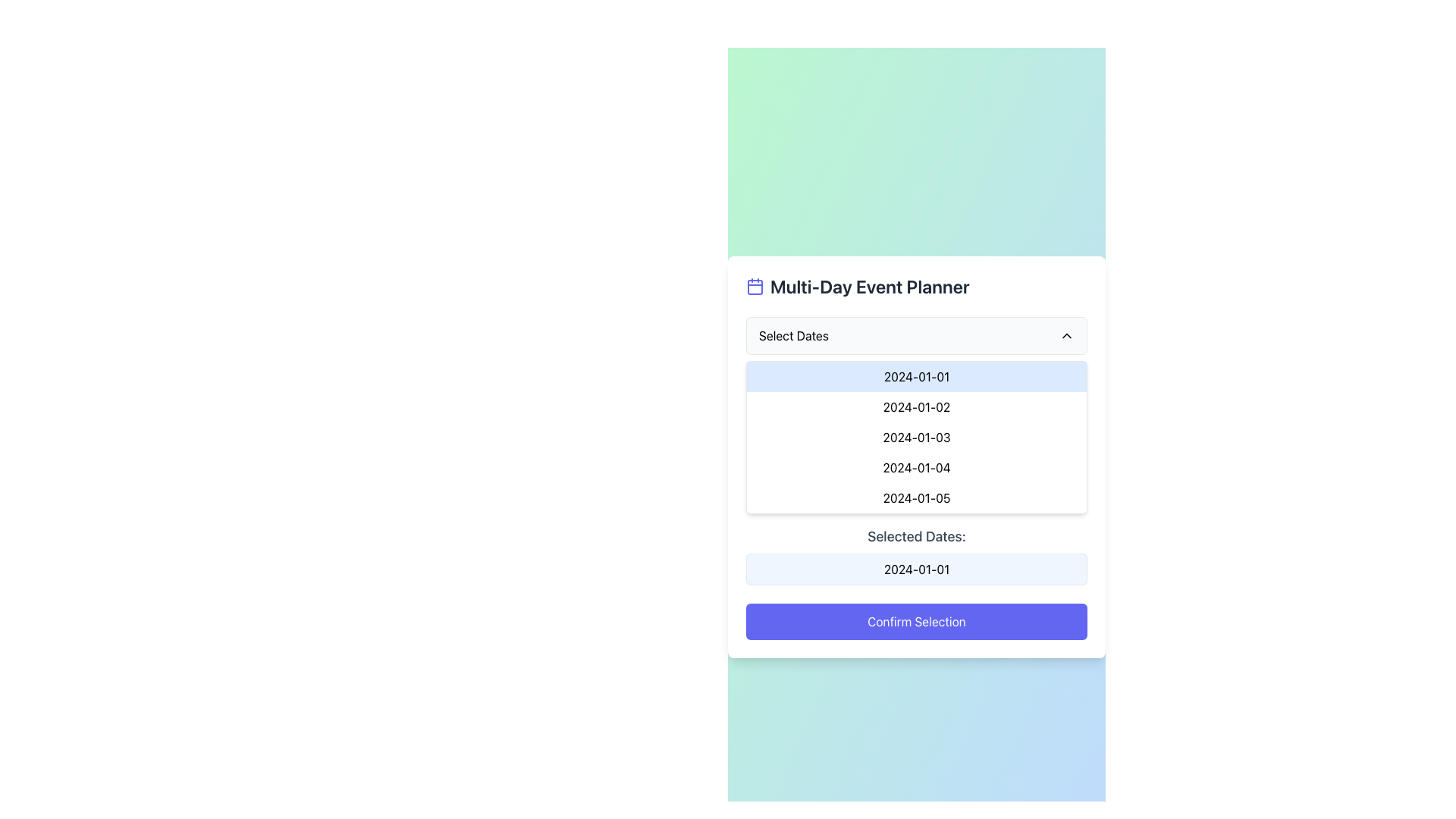 The height and width of the screenshot is (819, 1456). Describe the element at coordinates (916, 415) in the screenshot. I see `the selectable list item representing the date '2024-01-02' within the dropdown menu of the 'Multi-Day Event Planner' card` at that location.